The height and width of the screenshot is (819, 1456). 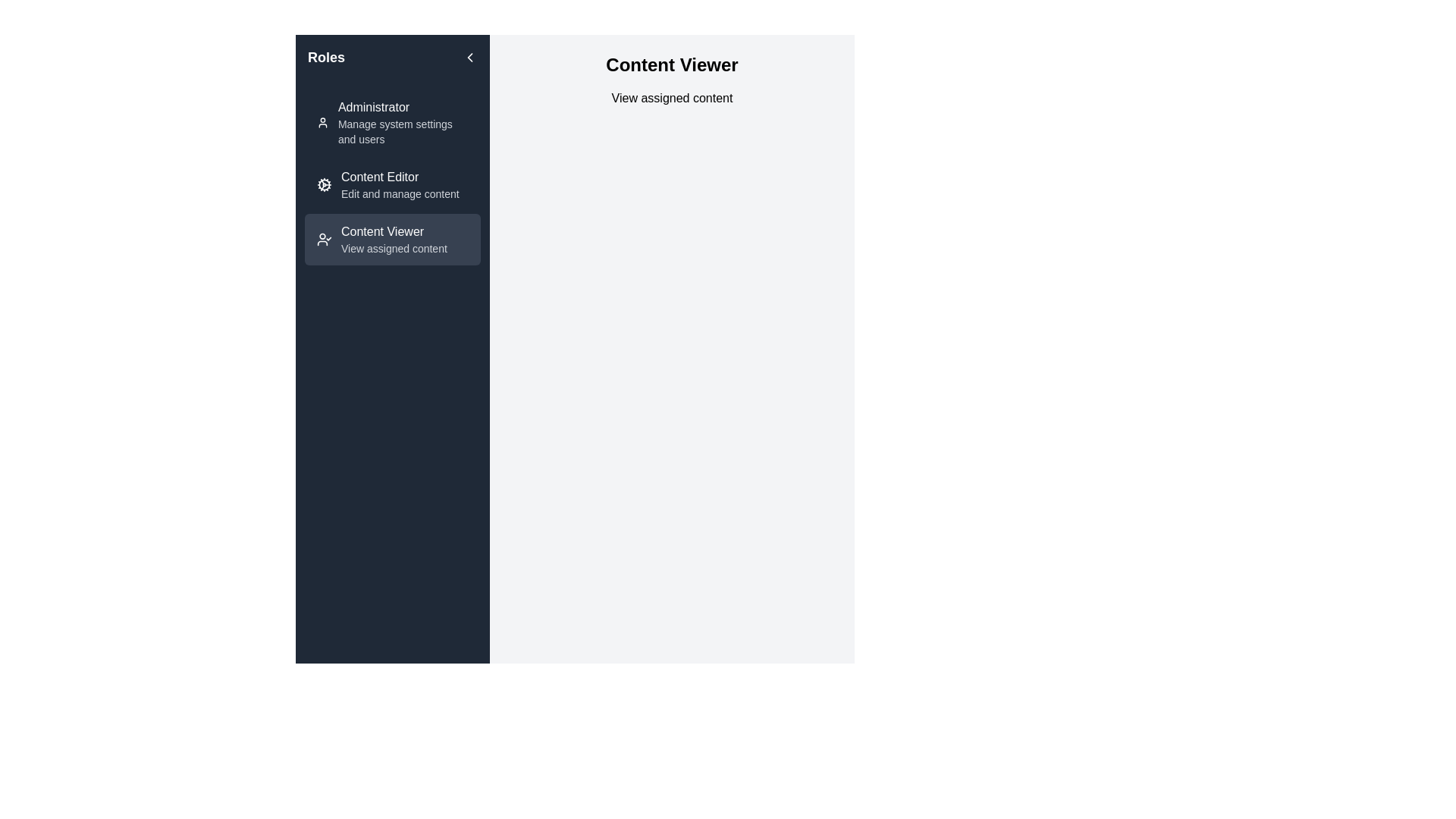 I want to click on the first item in the interactive navigation menu, so click(x=393, y=122).